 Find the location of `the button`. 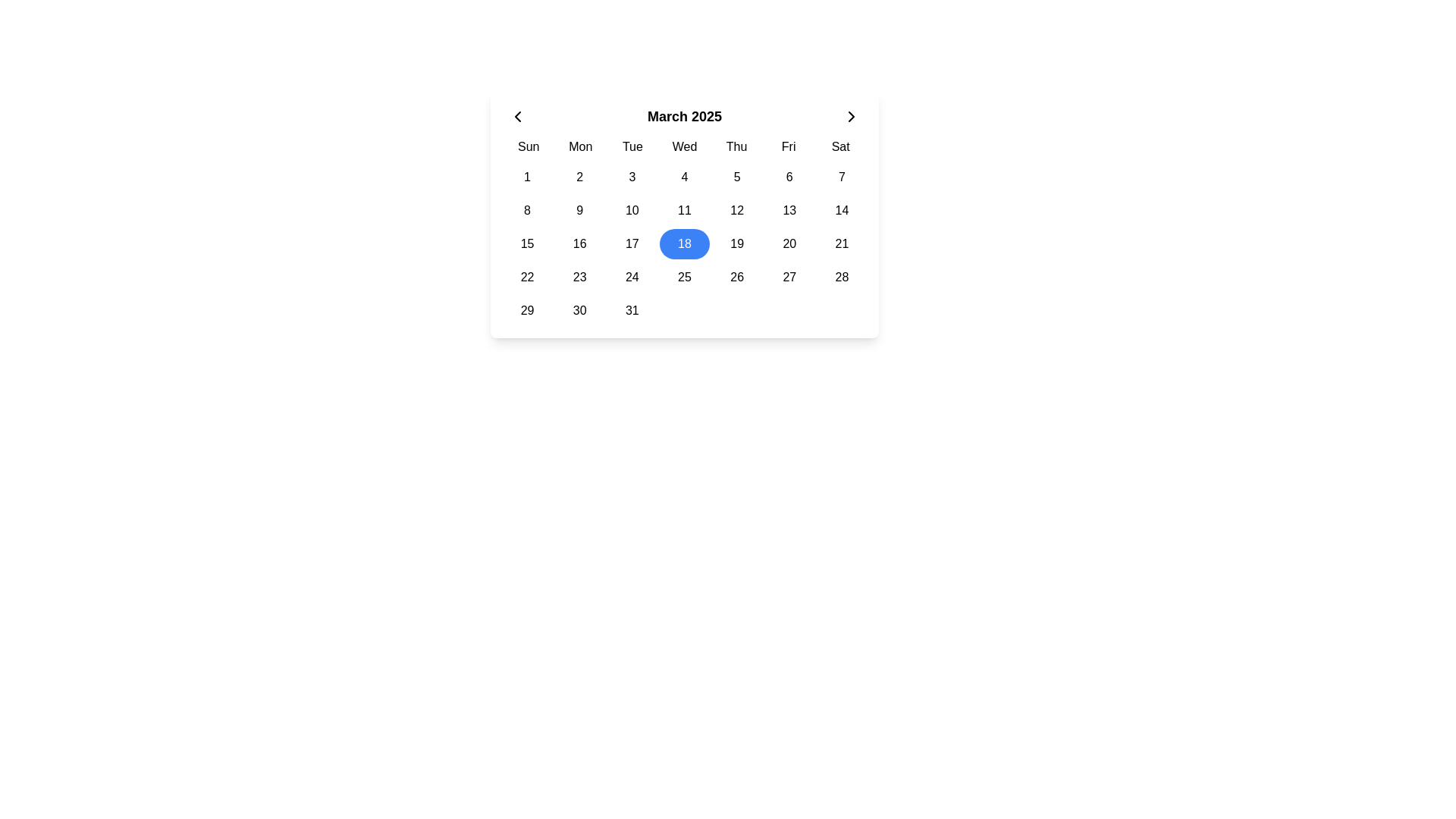

the button is located at coordinates (517, 116).